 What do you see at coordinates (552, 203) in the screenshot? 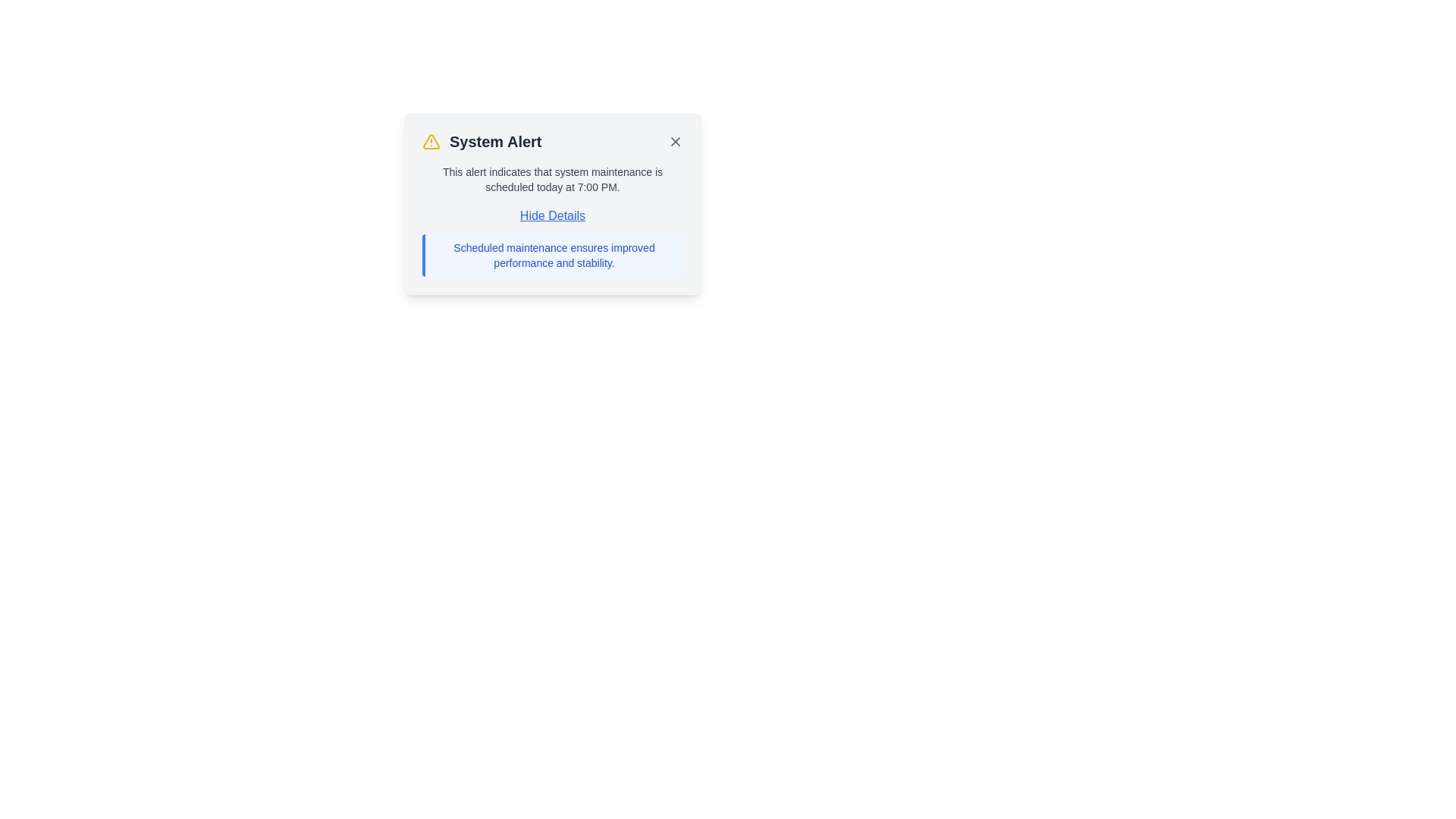
I see `the 'Hide Details' link within the notification or alert box` at bounding box center [552, 203].